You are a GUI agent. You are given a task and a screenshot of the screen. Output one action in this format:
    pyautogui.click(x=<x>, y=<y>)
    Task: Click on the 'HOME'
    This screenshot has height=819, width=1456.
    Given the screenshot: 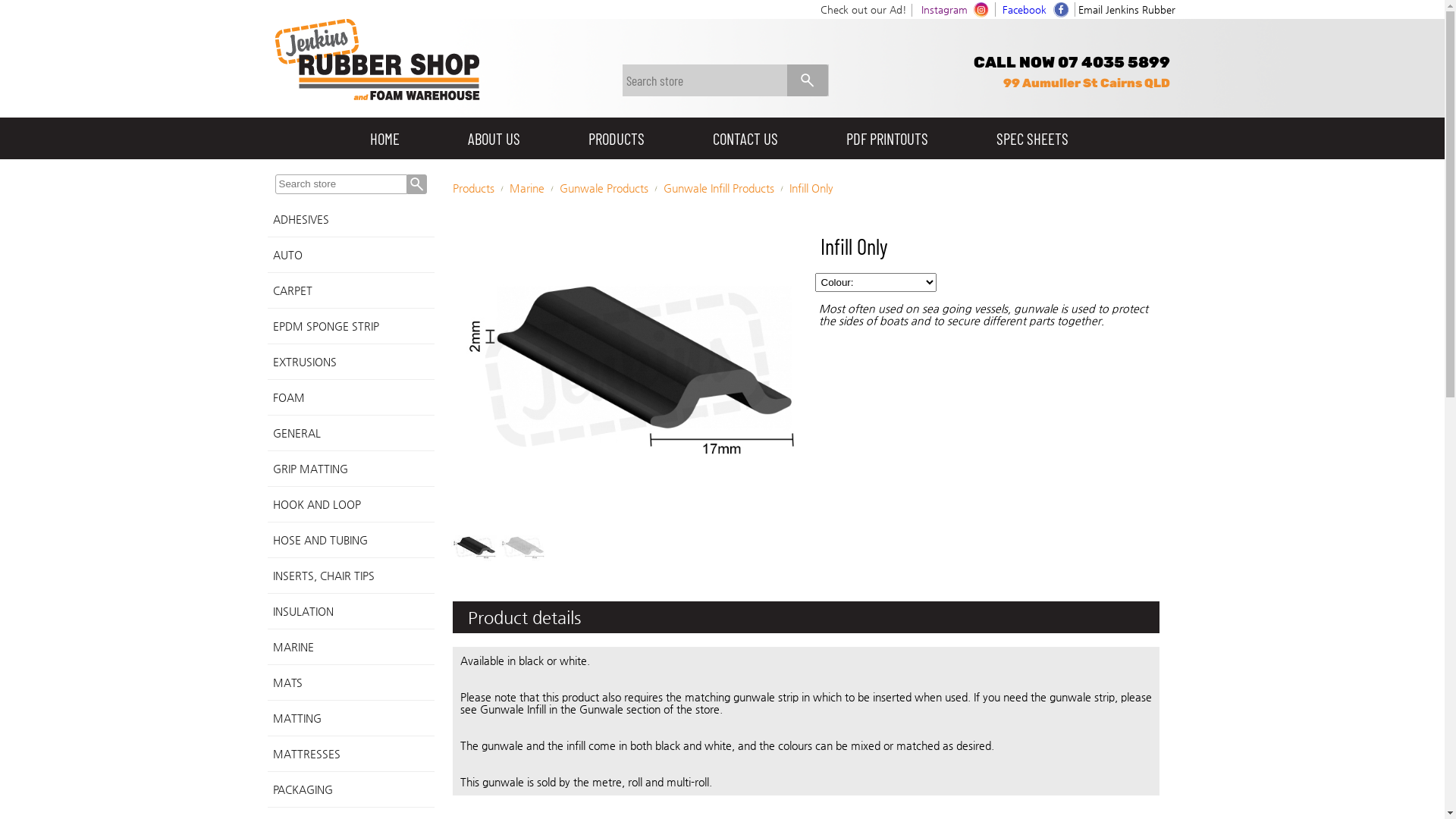 What is the action you would take?
    pyautogui.click(x=384, y=138)
    